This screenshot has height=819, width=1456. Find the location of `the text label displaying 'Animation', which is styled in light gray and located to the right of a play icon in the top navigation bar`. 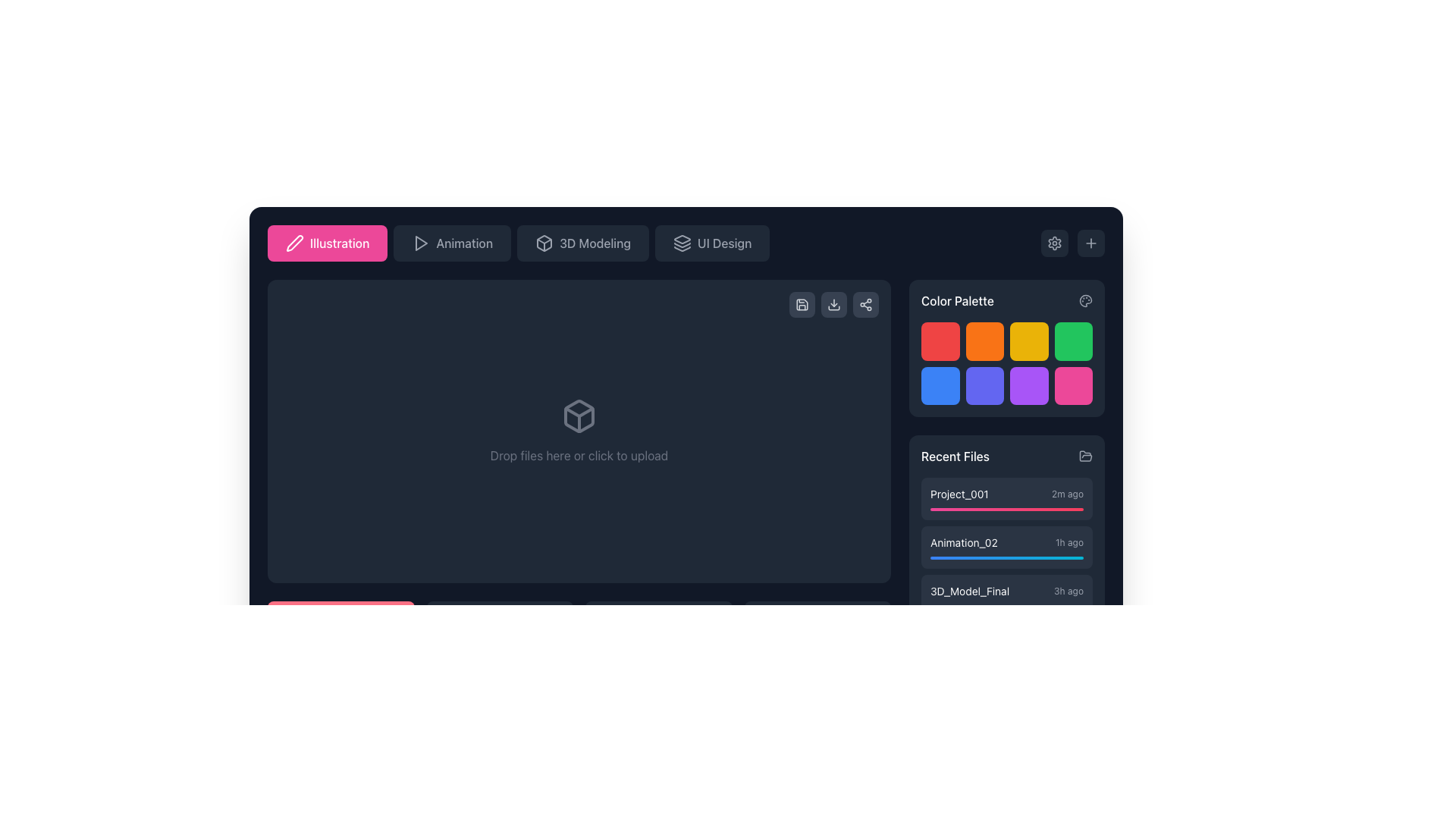

the text label displaying 'Animation', which is styled in light gray and located to the right of a play icon in the top navigation bar is located at coordinates (463, 242).